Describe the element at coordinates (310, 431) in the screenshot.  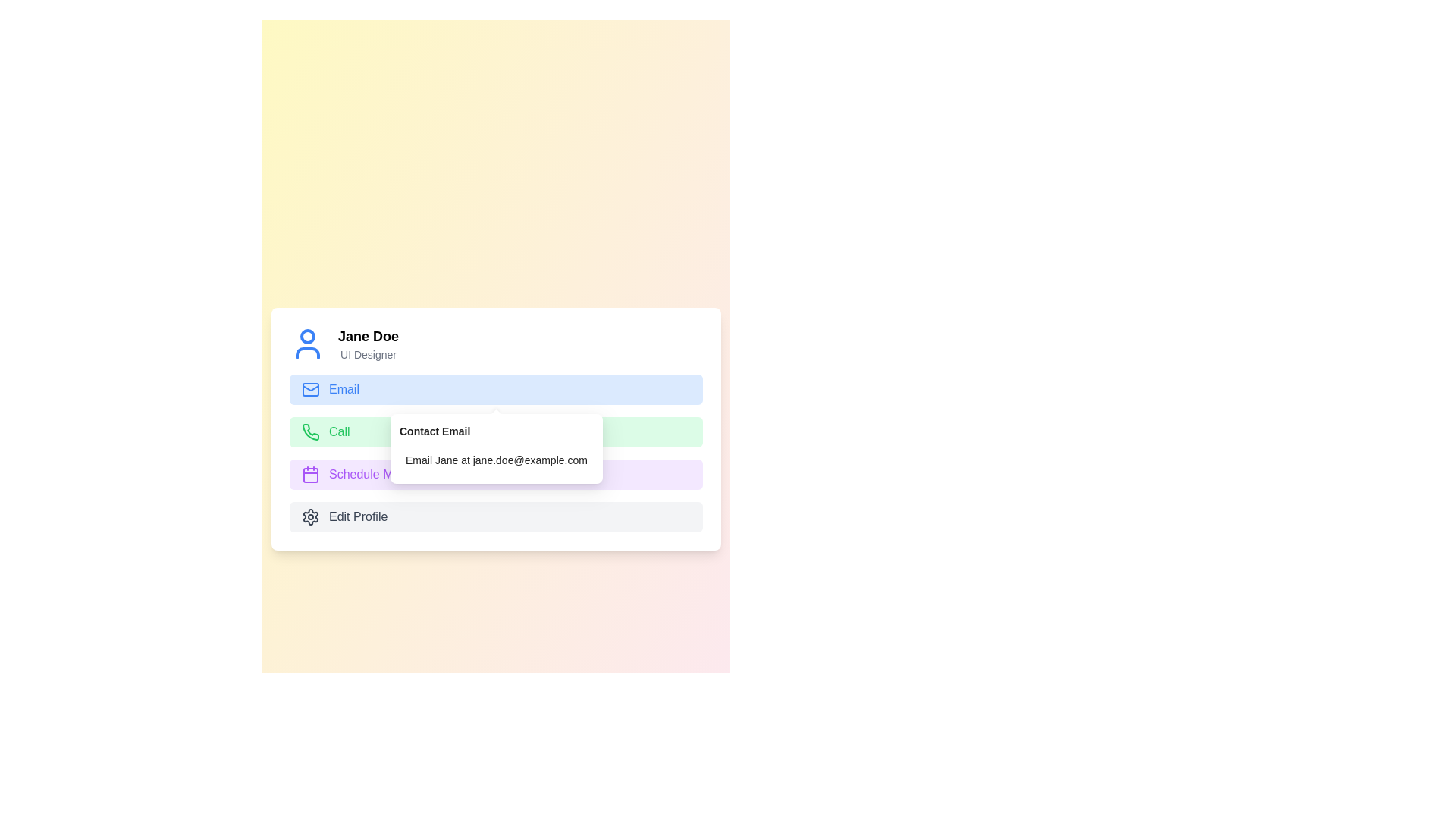
I see `the 'Call' icon located to the left of the text 'Call' within the green-highlighted section for interaction` at that location.